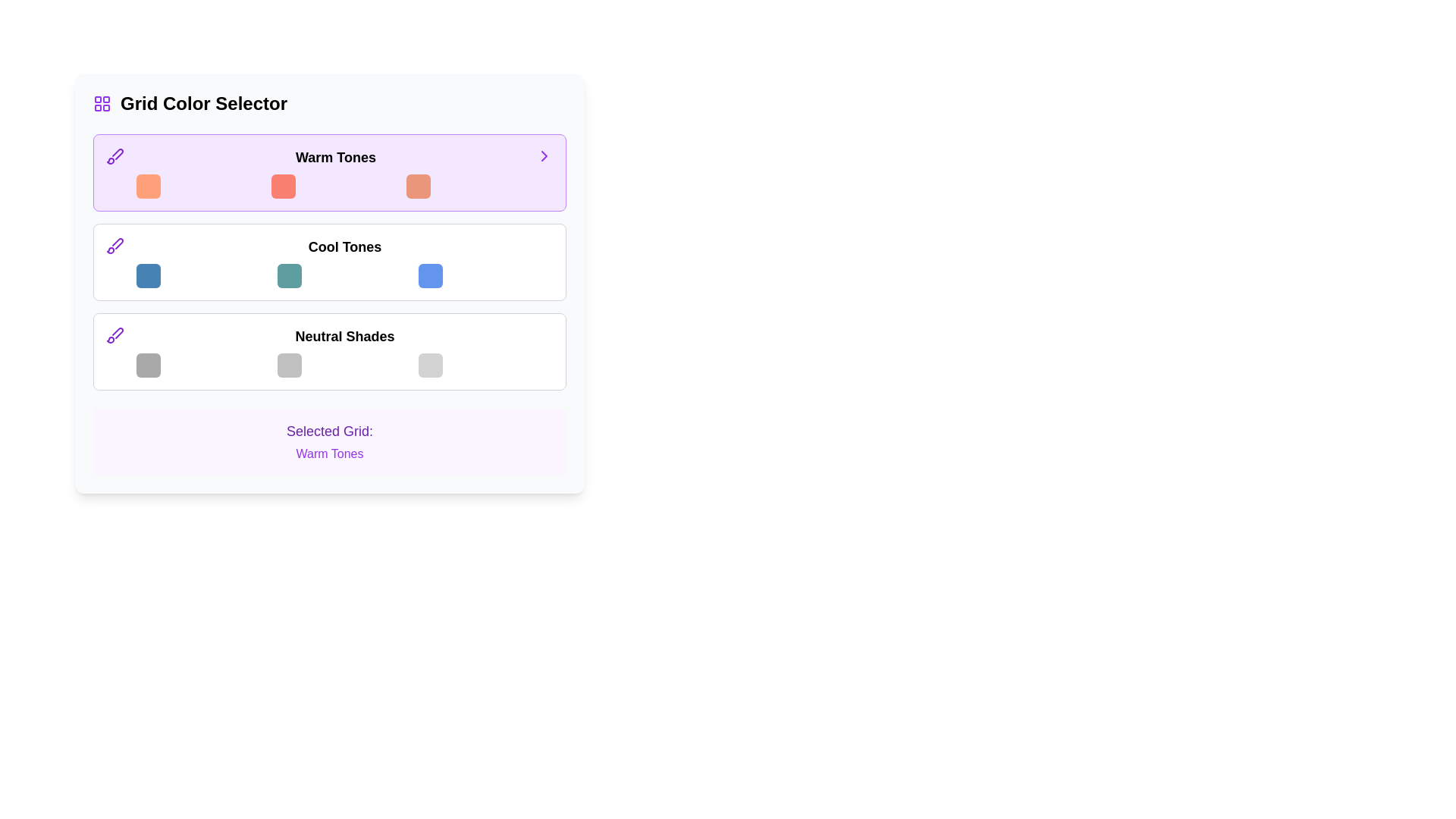 The height and width of the screenshot is (819, 1456). What do you see at coordinates (115, 334) in the screenshot?
I see `the purple paintbrush icon located to the left of the 'Neutral Shades' text in the grid color selector interface` at bounding box center [115, 334].